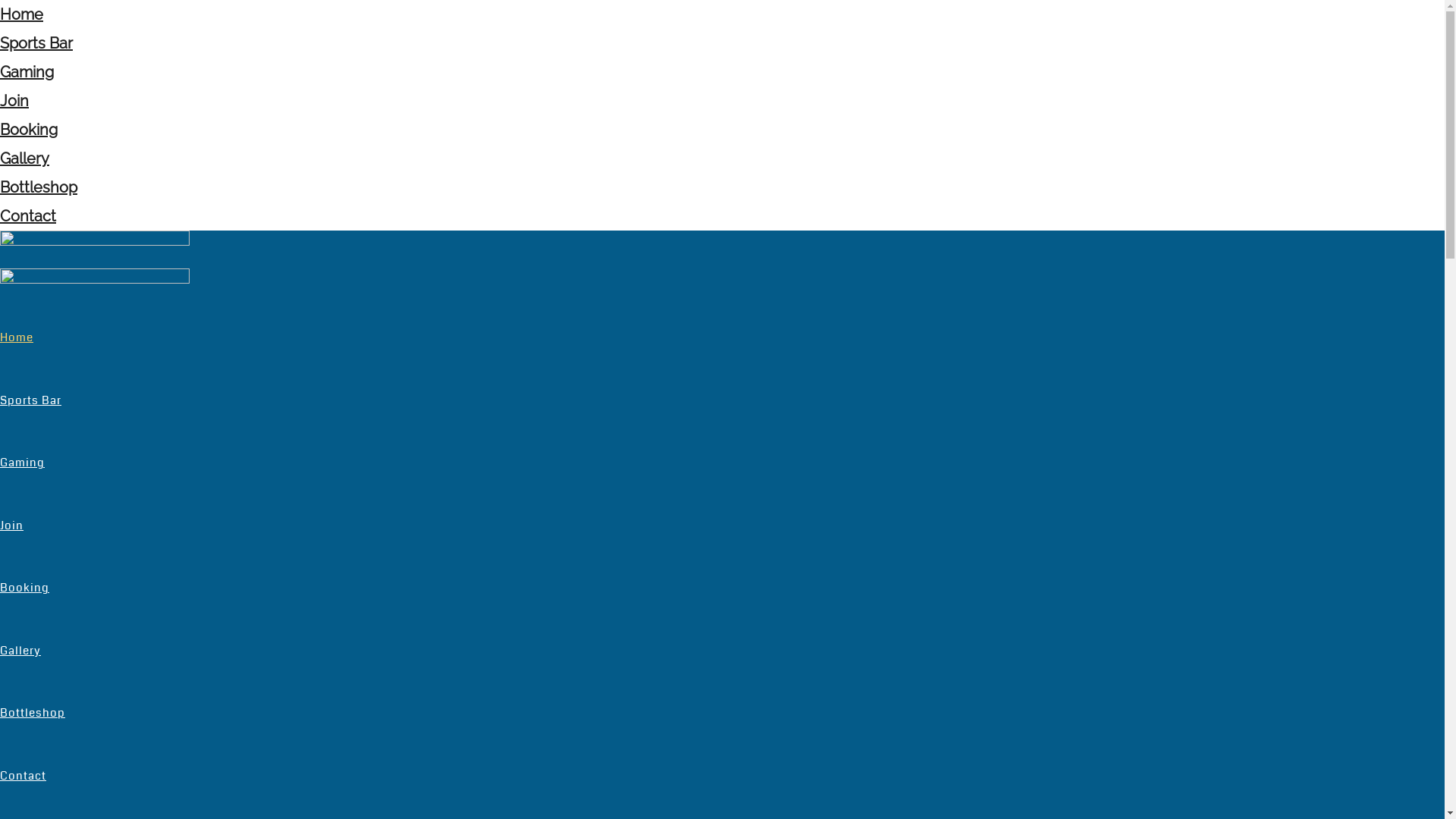  Describe the element at coordinates (0, 713) in the screenshot. I see `'Bottleshop'` at that location.